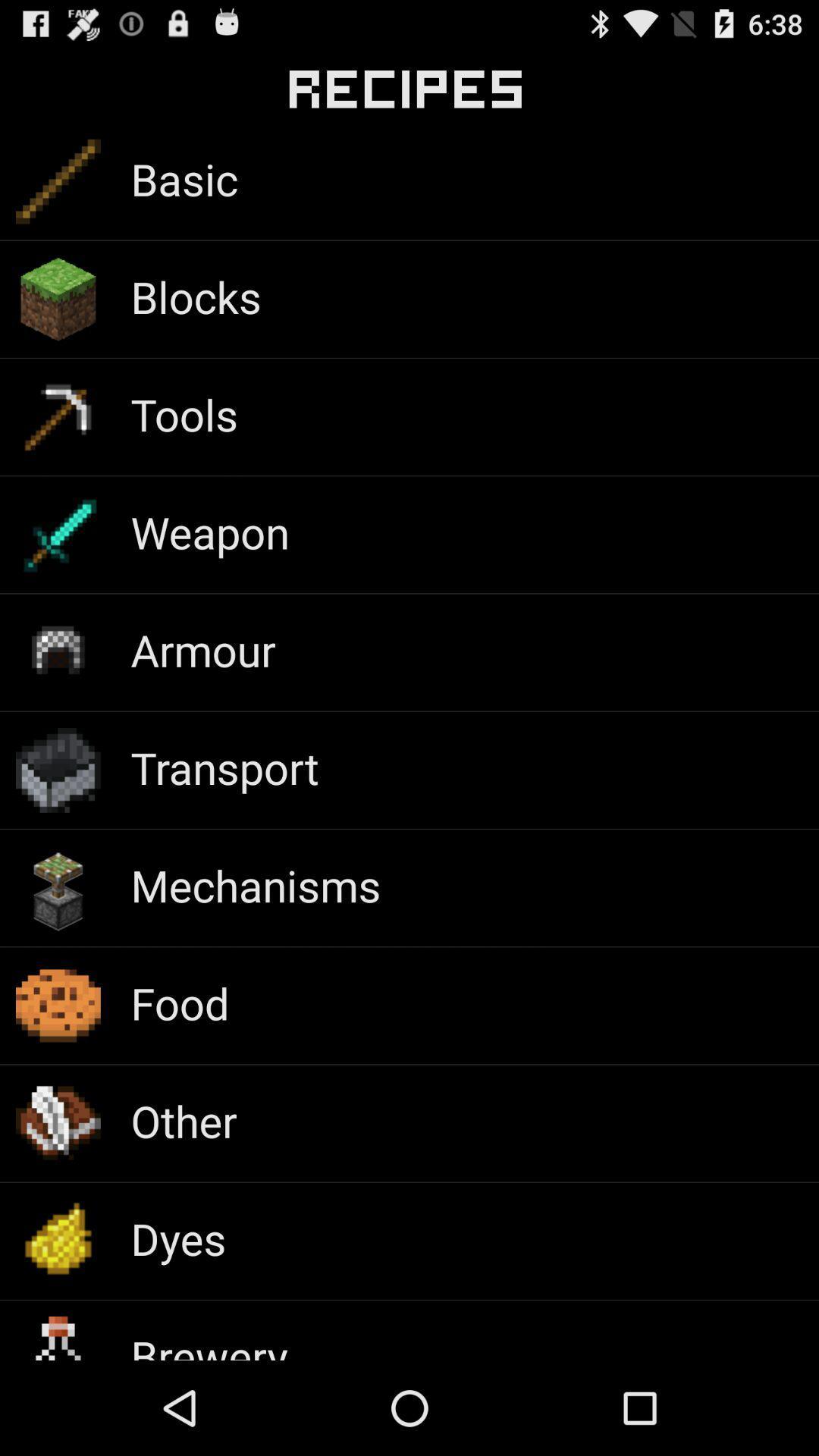 This screenshot has height=1456, width=819. What do you see at coordinates (195, 297) in the screenshot?
I see `item below the basic item` at bounding box center [195, 297].